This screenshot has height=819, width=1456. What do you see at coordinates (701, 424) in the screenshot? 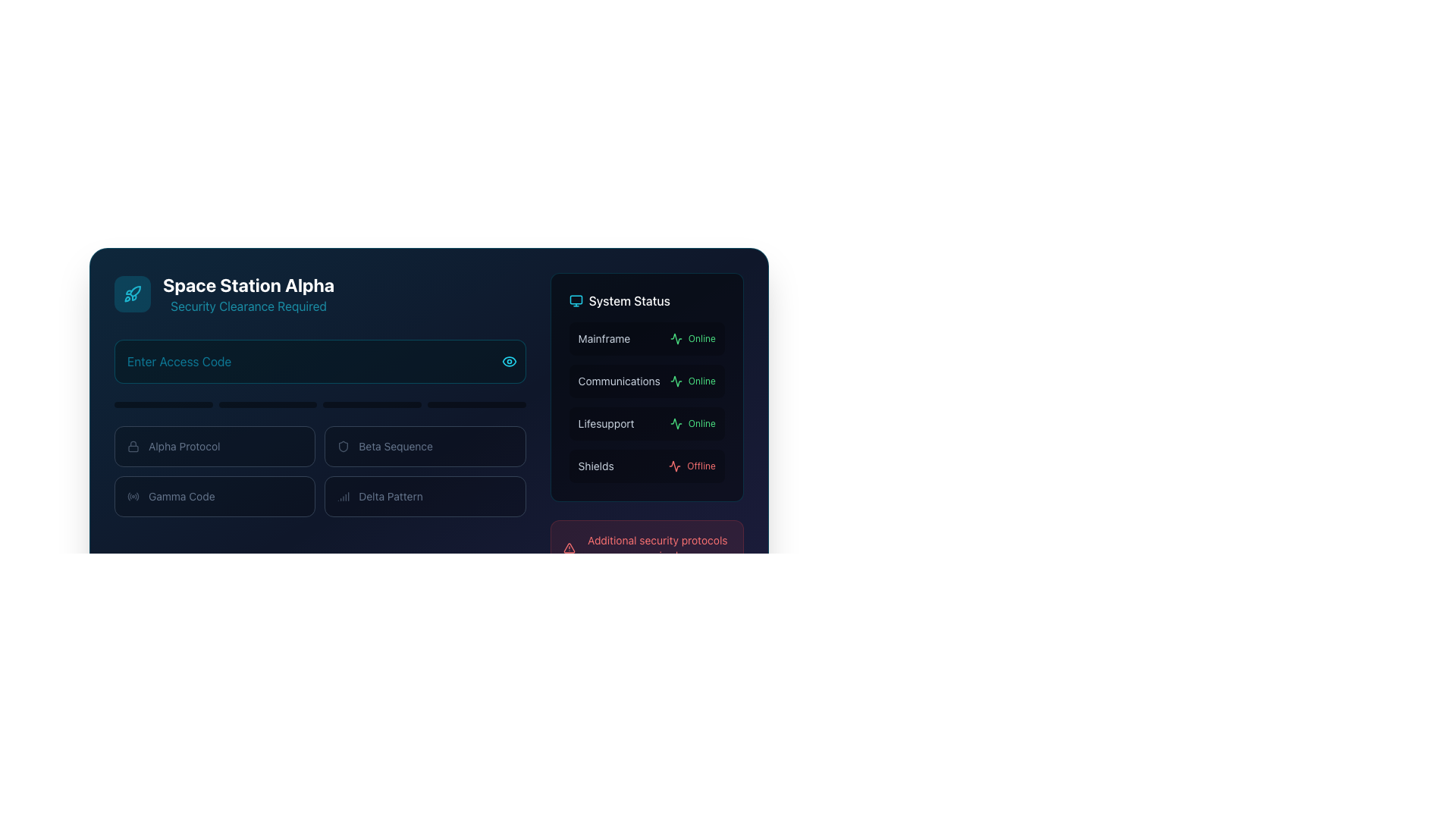
I see `the green-colored text label that reads 'Online' in the 'System Status' section, located next to the 'Lifesupport' label` at bounding box center [701, 424].